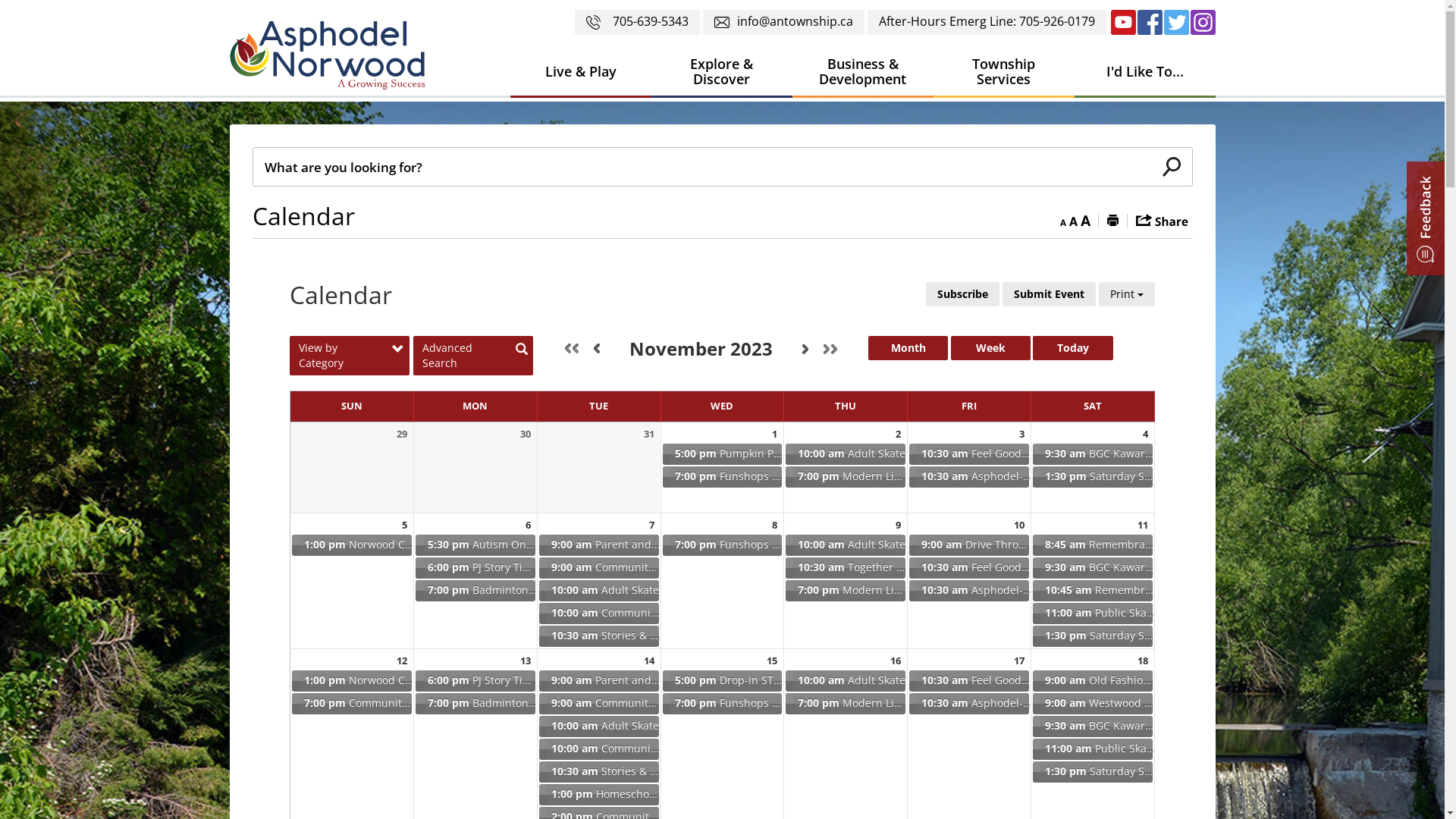 The width and height of the screenshot is (1456, 819). I want to click on '8:45 am Remembrance Day Service', so click(1092, 544).